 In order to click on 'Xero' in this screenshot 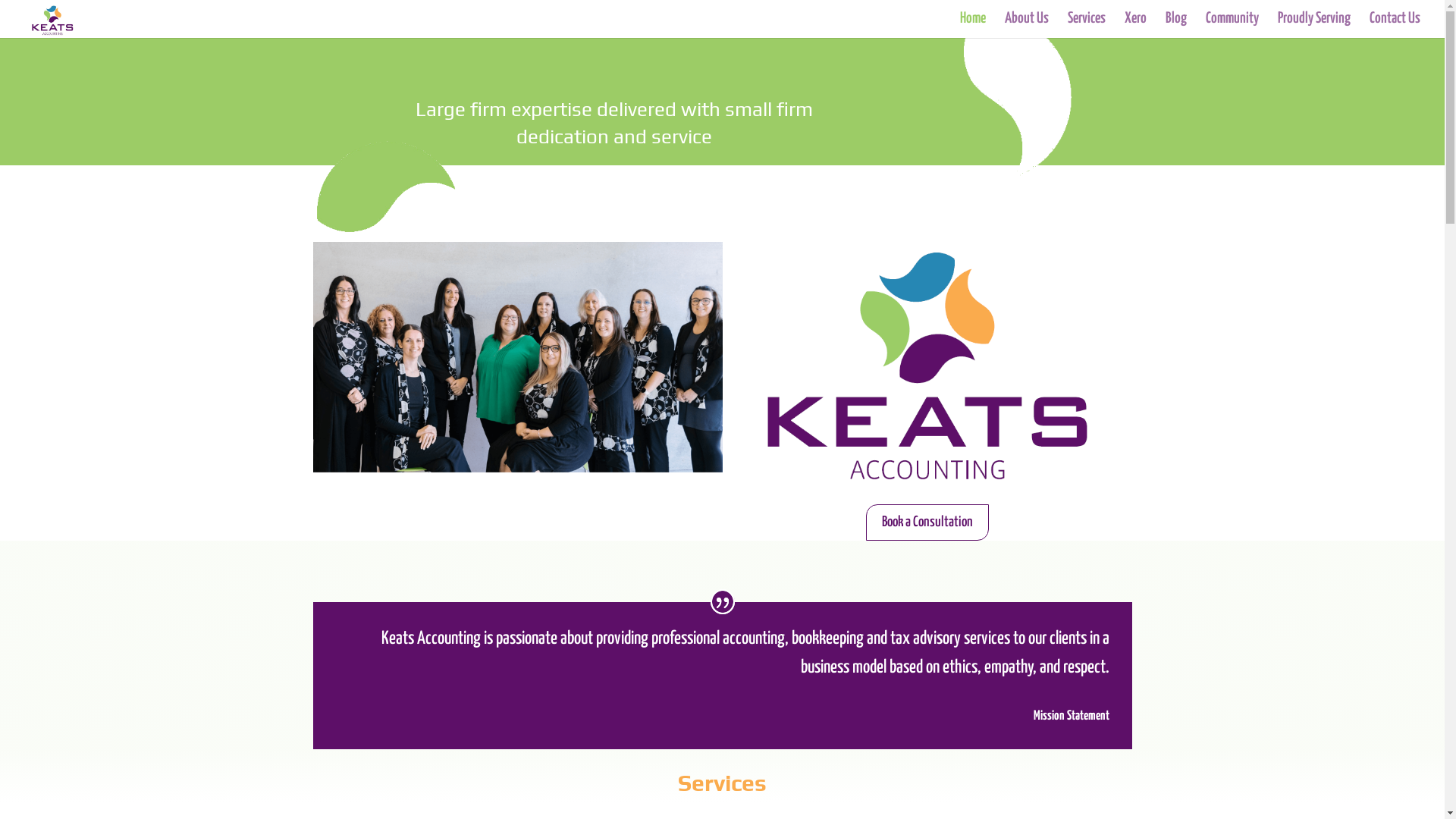, I will do `click(1135, 26)`.